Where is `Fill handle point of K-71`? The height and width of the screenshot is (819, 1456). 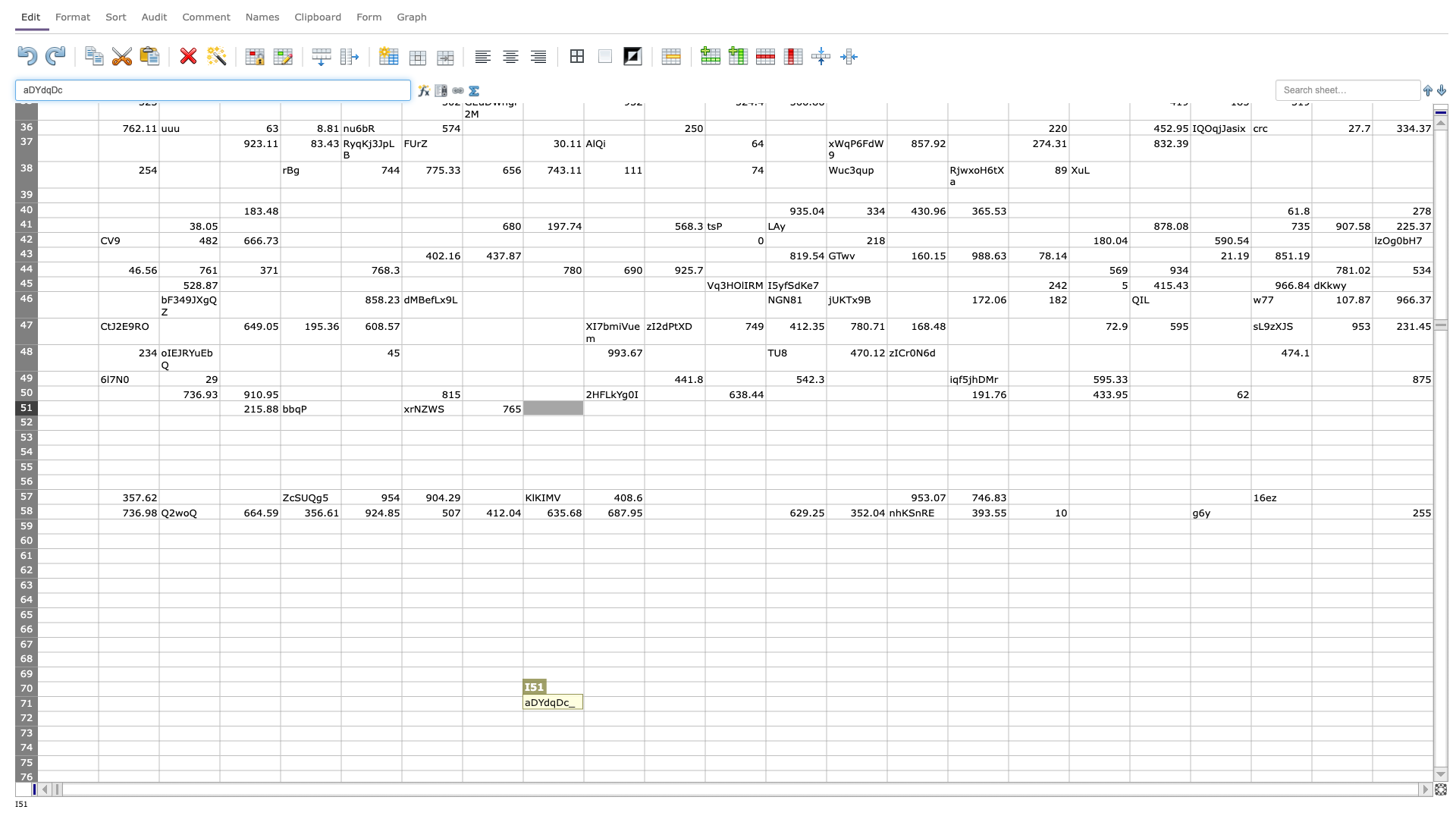 Fill handle point of K-71 is located at coordinates (704, 711).